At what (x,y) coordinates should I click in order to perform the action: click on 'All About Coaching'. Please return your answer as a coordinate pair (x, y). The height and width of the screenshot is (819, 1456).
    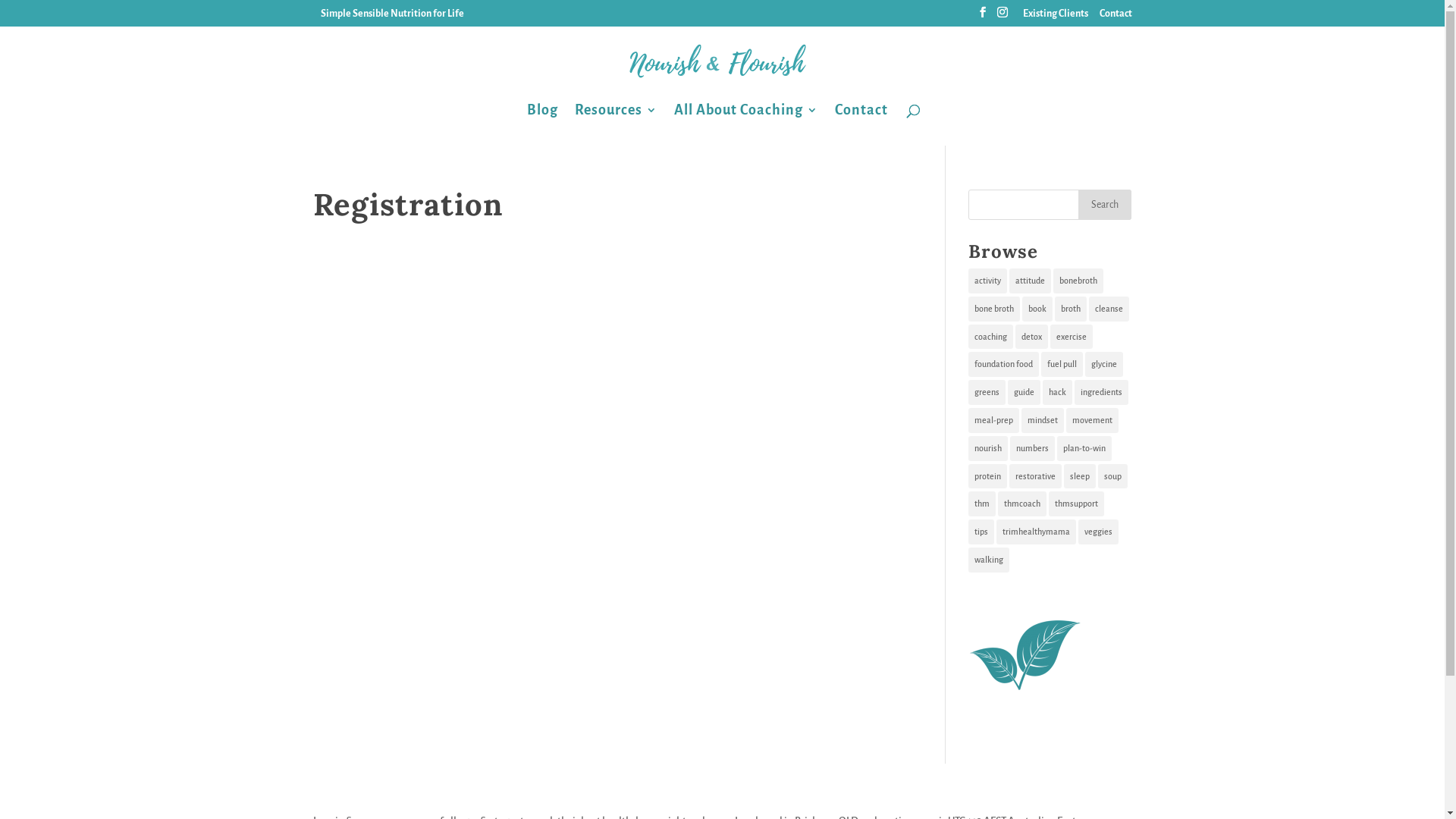
    Looking at the image, I should click on (745, 124).